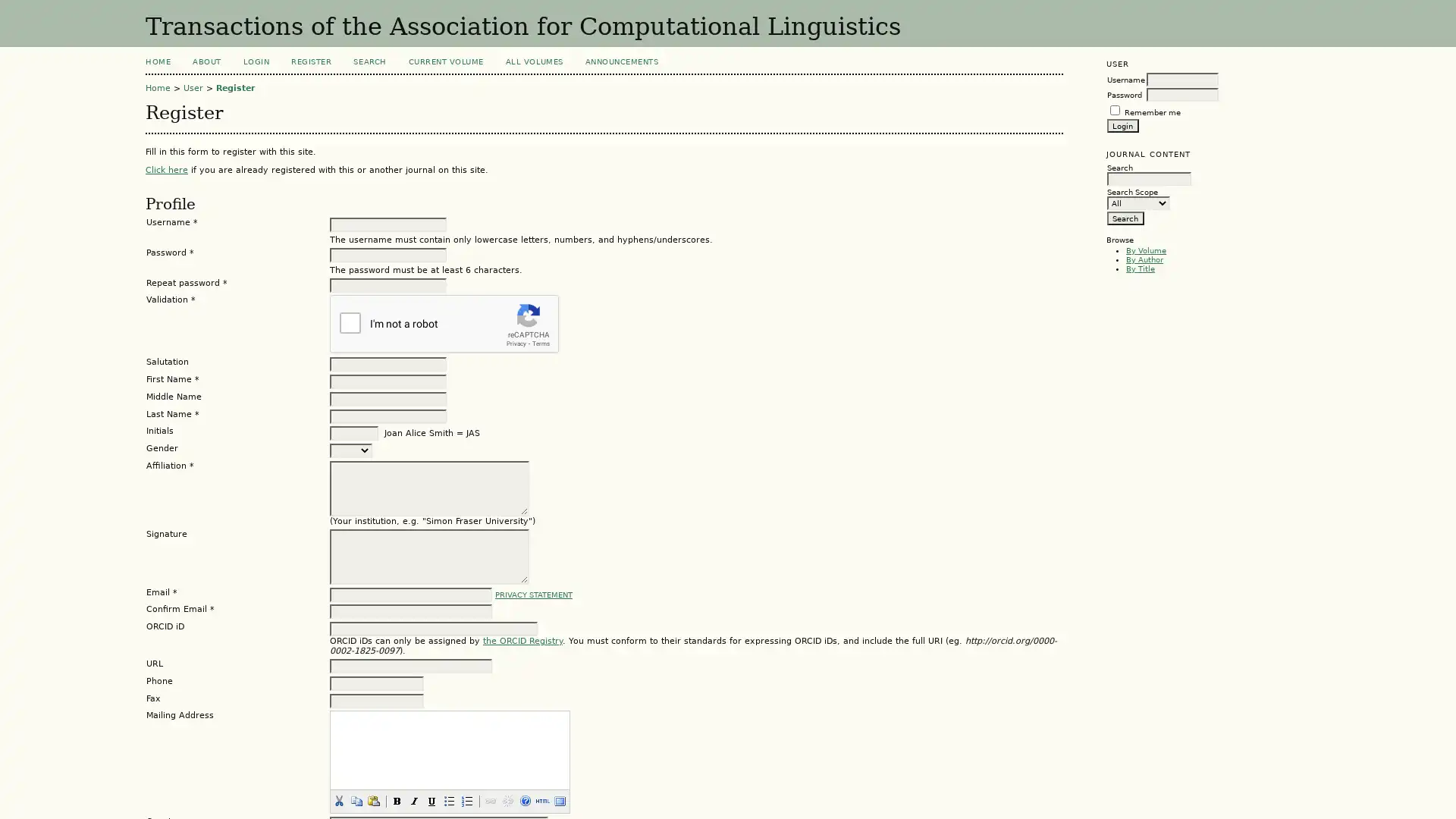 Image resolution: width=1456 pixels, height=819 pixels. What do you see at coordinates (397, 800) in the screenshot?
I see `Bold (Ctrl+B)` at bounding box center [397, 800].